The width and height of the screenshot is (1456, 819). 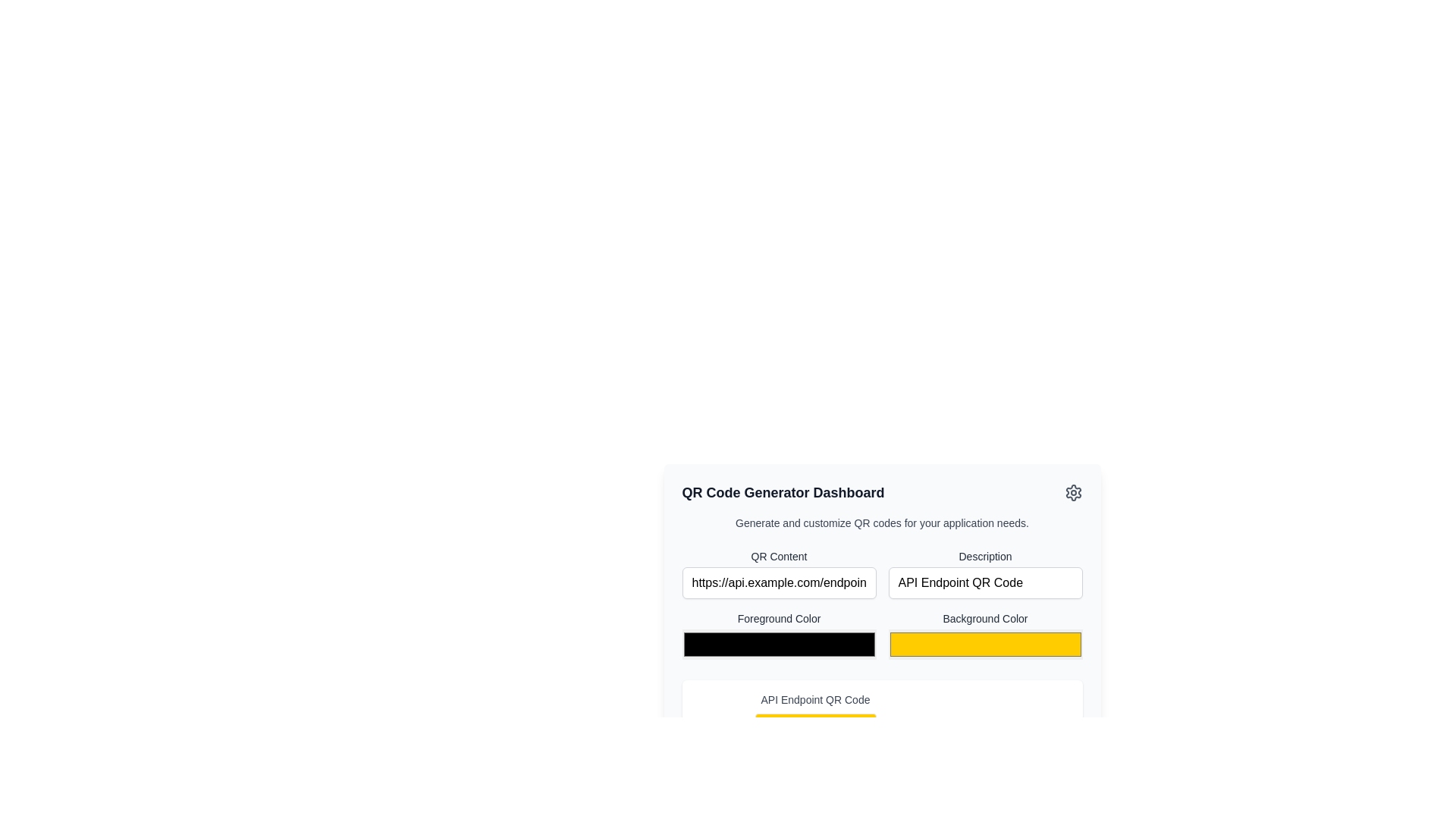 What do you see at coordinates (783, 493) in the screenshot?
I see `the Text Label that serves as a title for the QR Code Generator Dashboard, positioned at the upper left of its section` at bounding box center [783, 493].